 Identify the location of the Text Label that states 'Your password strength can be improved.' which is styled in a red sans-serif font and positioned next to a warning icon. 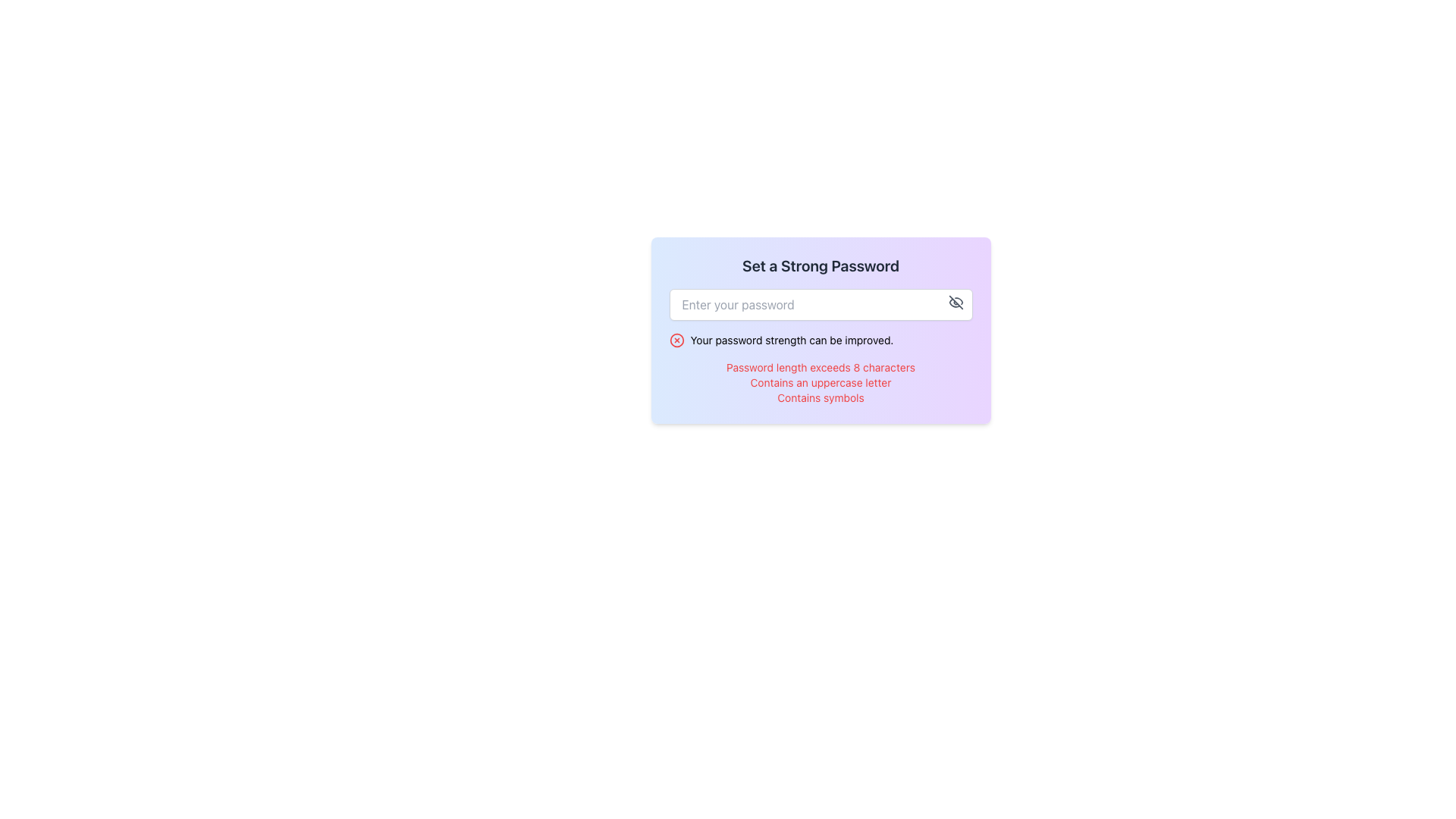
(791, 339).